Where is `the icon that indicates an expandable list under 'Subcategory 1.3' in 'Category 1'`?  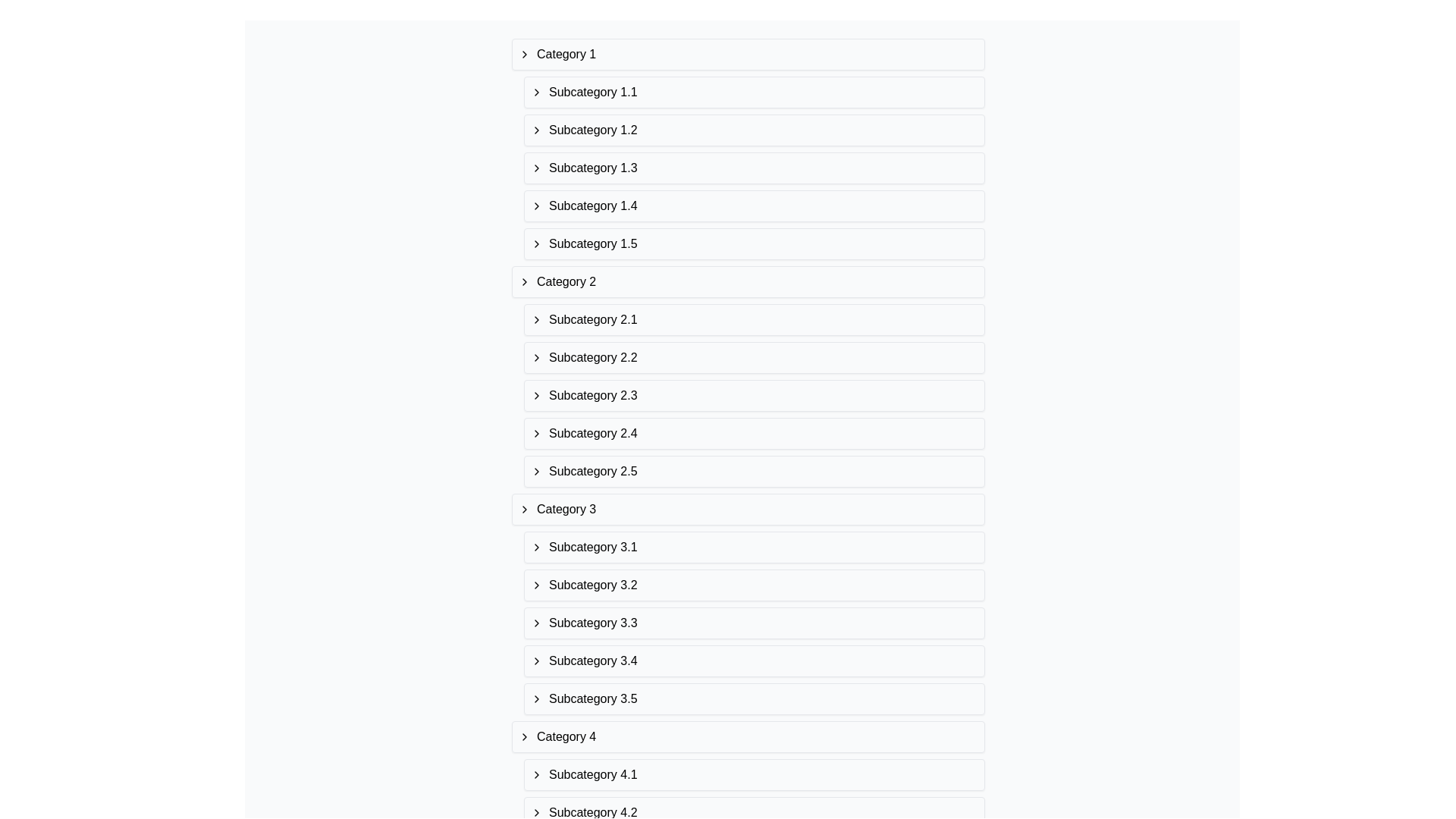 the icon that indicates an expandable list under 'Subcategory 1.3' in 'Category 1' is located at coordinates (537, 168).